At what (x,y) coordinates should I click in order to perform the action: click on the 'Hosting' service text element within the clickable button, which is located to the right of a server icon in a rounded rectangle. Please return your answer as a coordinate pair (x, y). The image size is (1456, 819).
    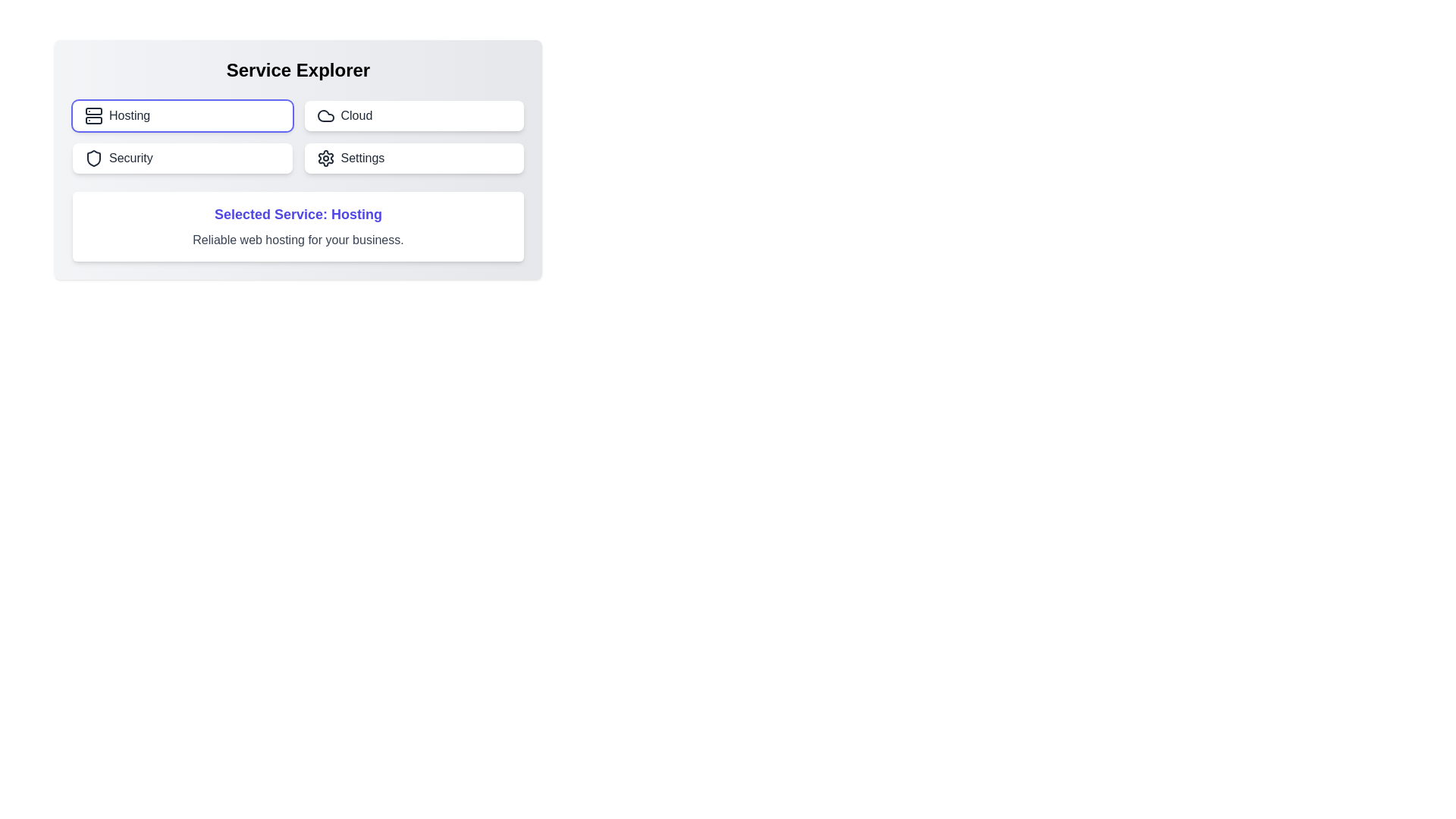
    Looking at the image, I should click on (130, 115).